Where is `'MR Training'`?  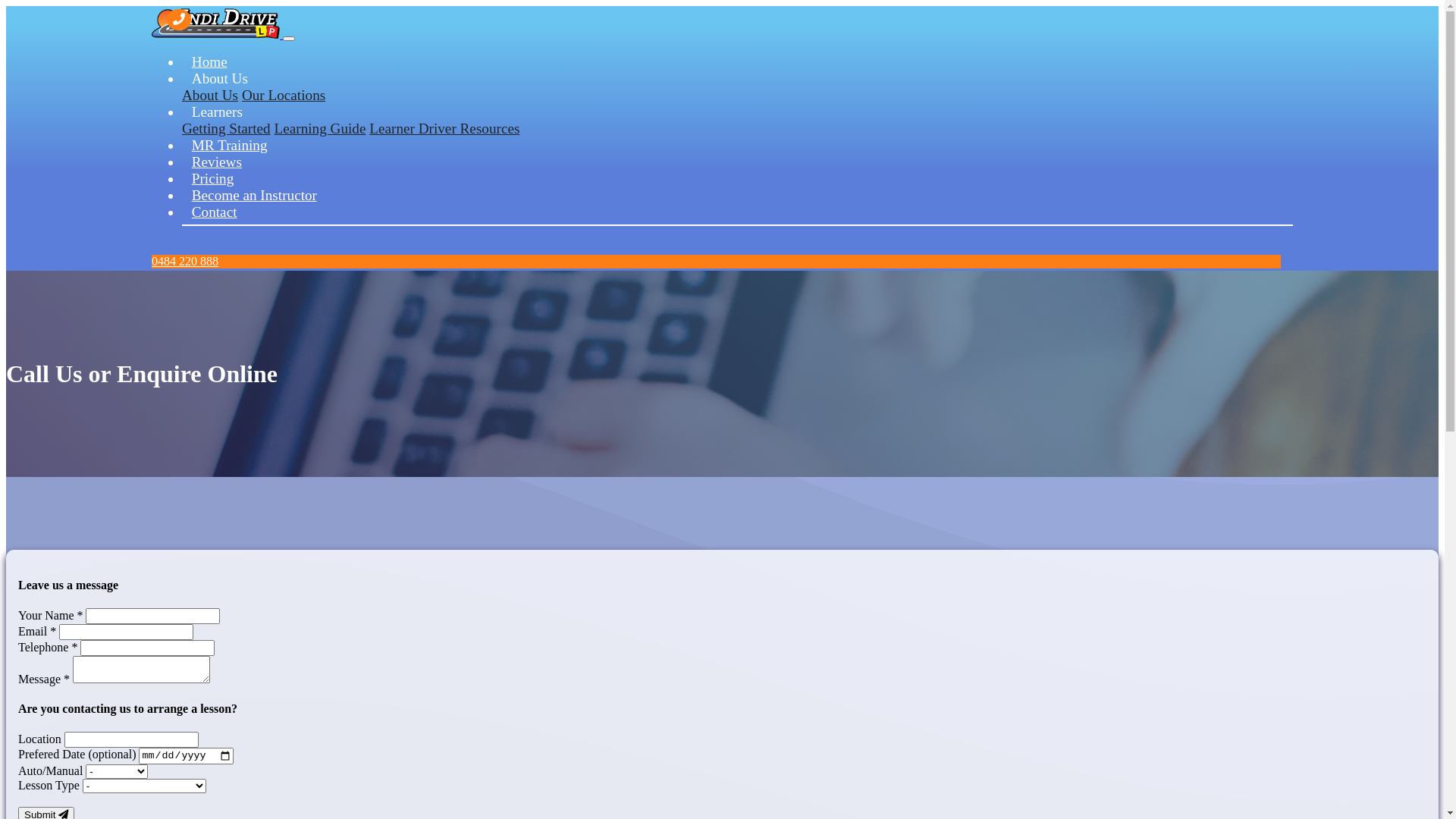 'MR Training' is located at coordinates (228, 145).